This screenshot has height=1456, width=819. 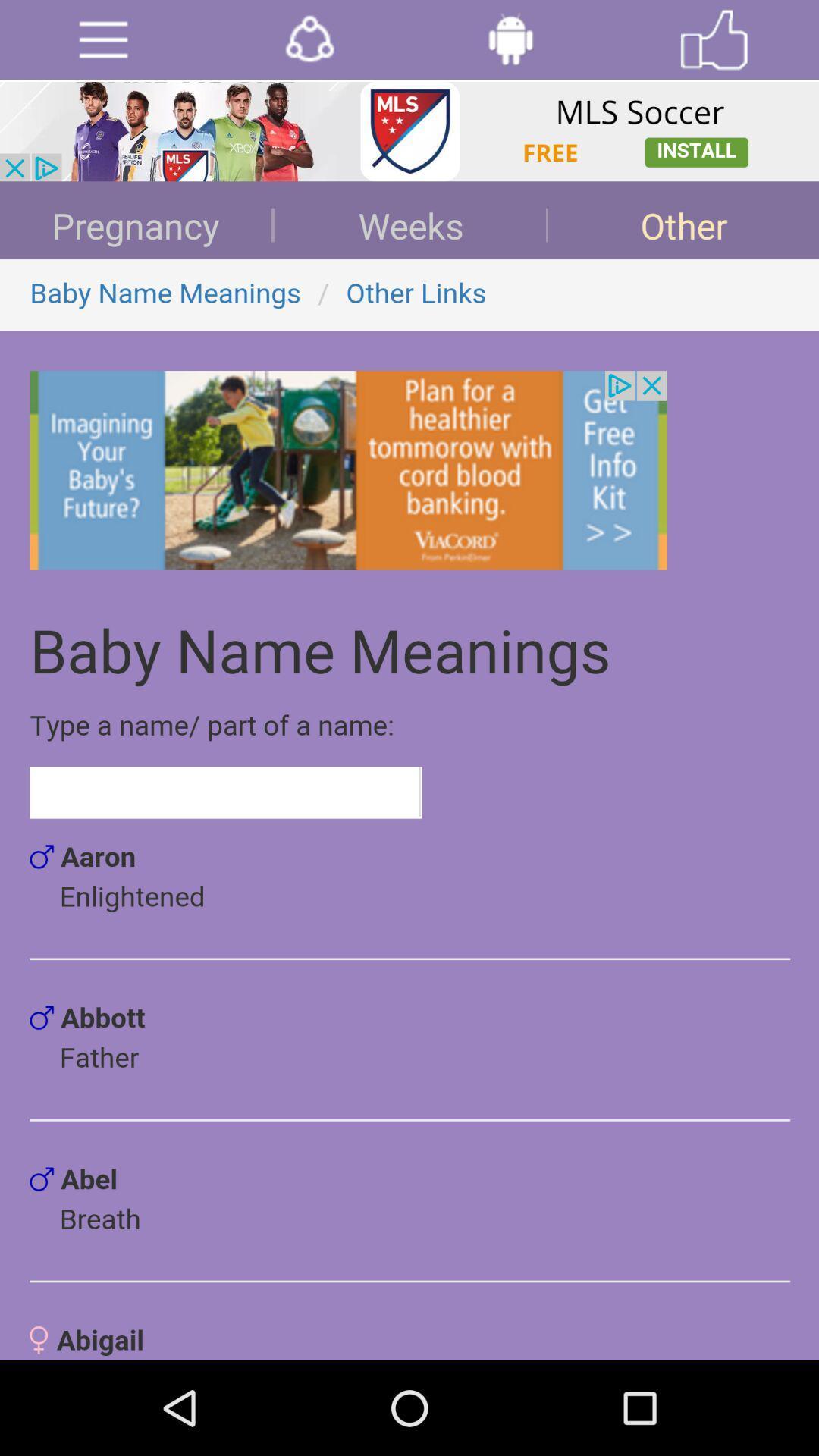 I want to click on open menu options, so click(x=102, y=39).